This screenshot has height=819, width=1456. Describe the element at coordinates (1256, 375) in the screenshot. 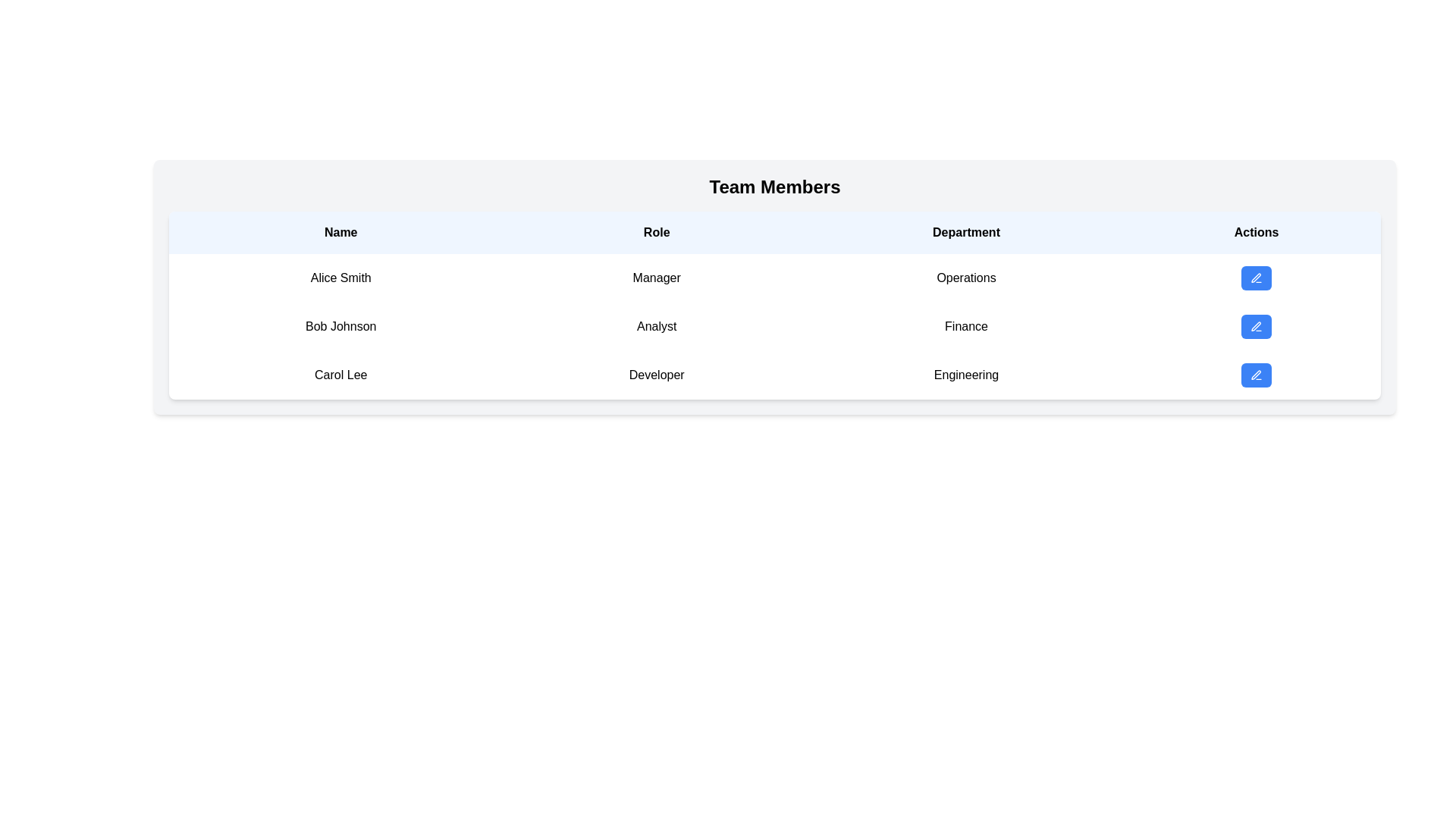

I see `the blue circular button with a pen icon located in the last column of the table row for 'Carol Lee' under the 'Actions' header` at that location.